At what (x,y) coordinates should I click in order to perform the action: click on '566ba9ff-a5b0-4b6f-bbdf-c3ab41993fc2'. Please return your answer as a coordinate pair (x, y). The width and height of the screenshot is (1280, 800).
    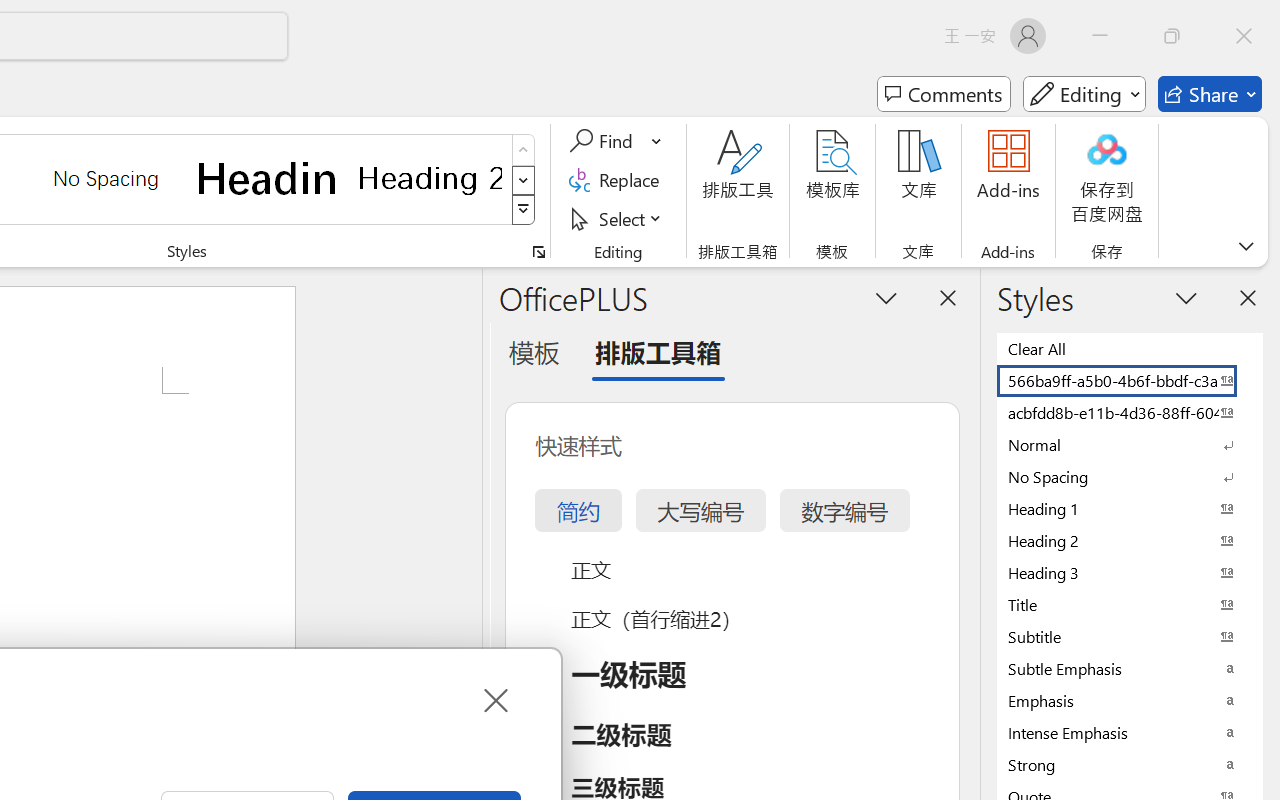
    Looking at the image, I should click on (1130, 379).